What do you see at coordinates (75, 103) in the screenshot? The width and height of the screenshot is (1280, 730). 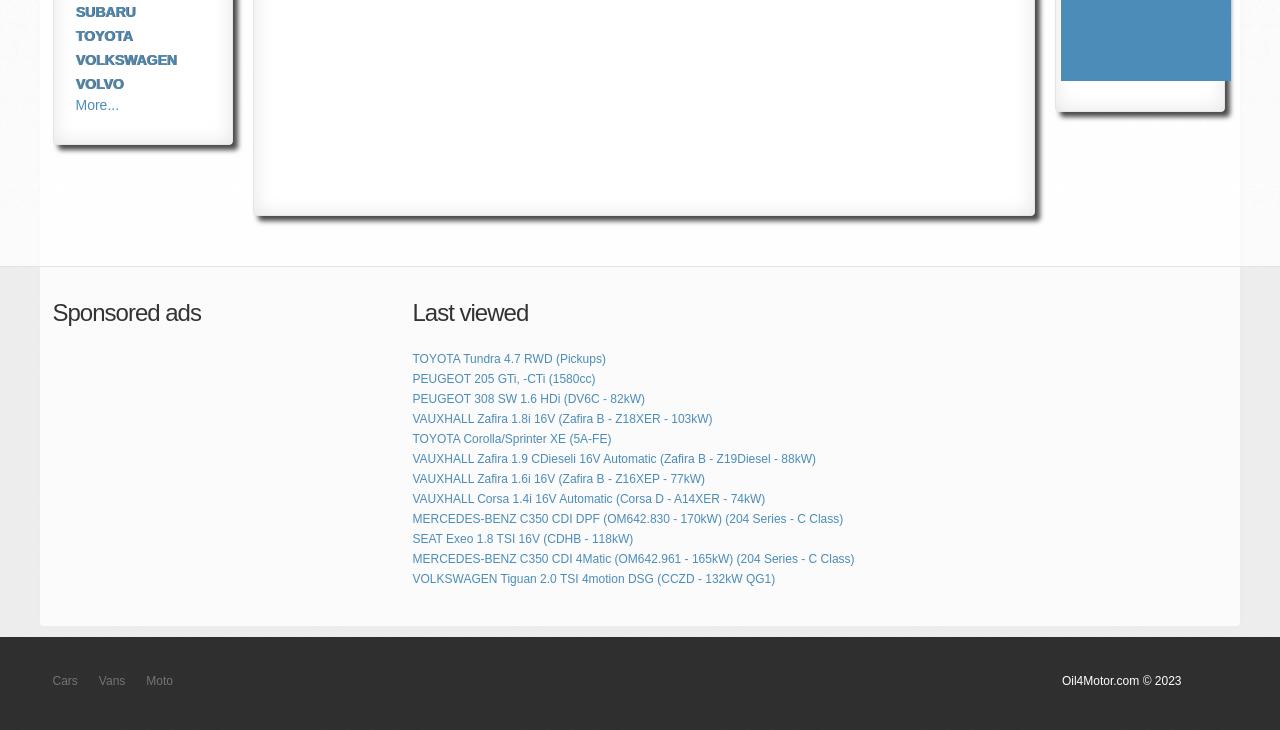 I see `'More...'` at bounding box center [75, 103].